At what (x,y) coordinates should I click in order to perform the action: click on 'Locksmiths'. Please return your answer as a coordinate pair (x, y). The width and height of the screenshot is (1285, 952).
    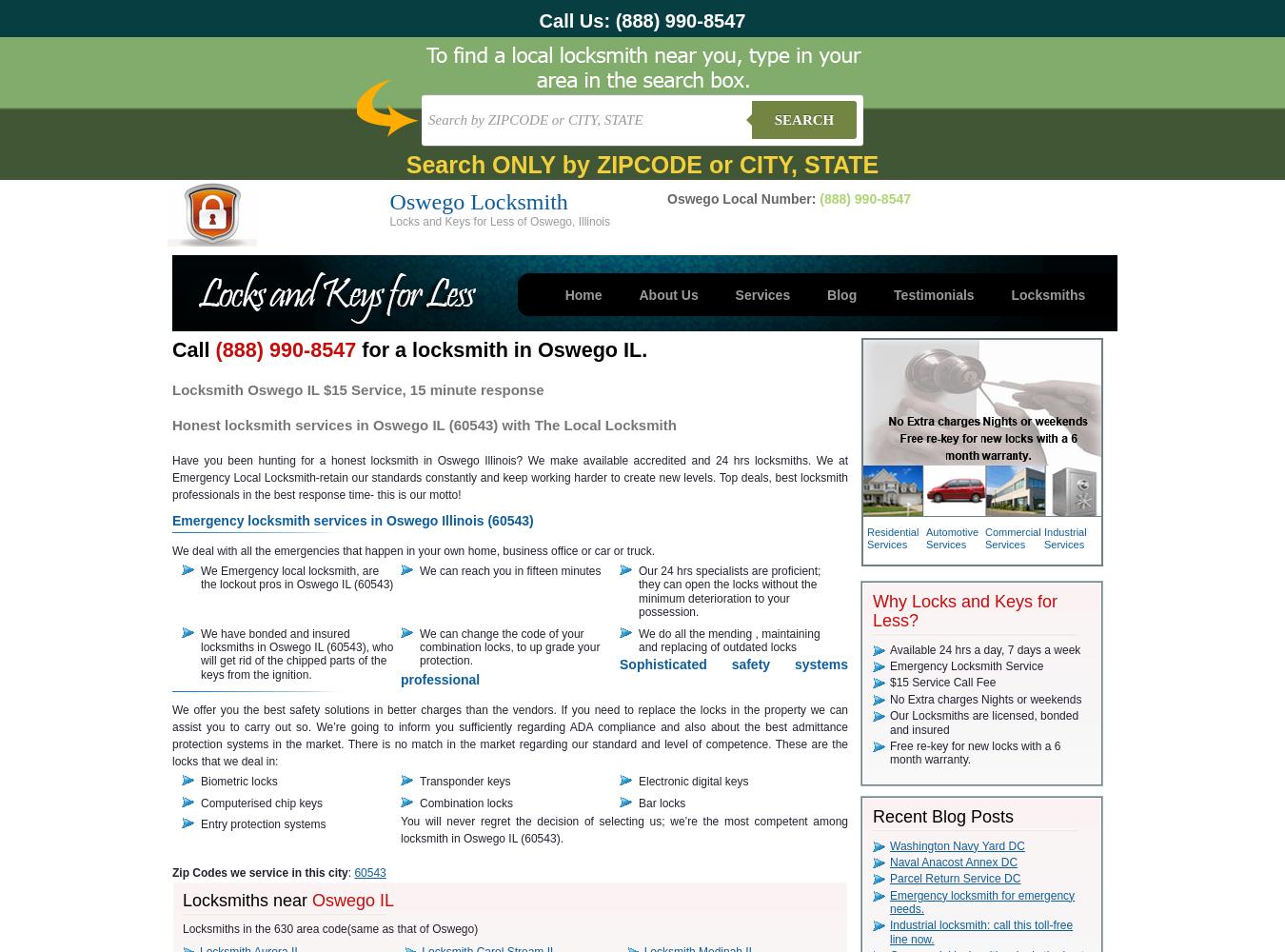
    Looking at the image, I should click on (1011, 295).